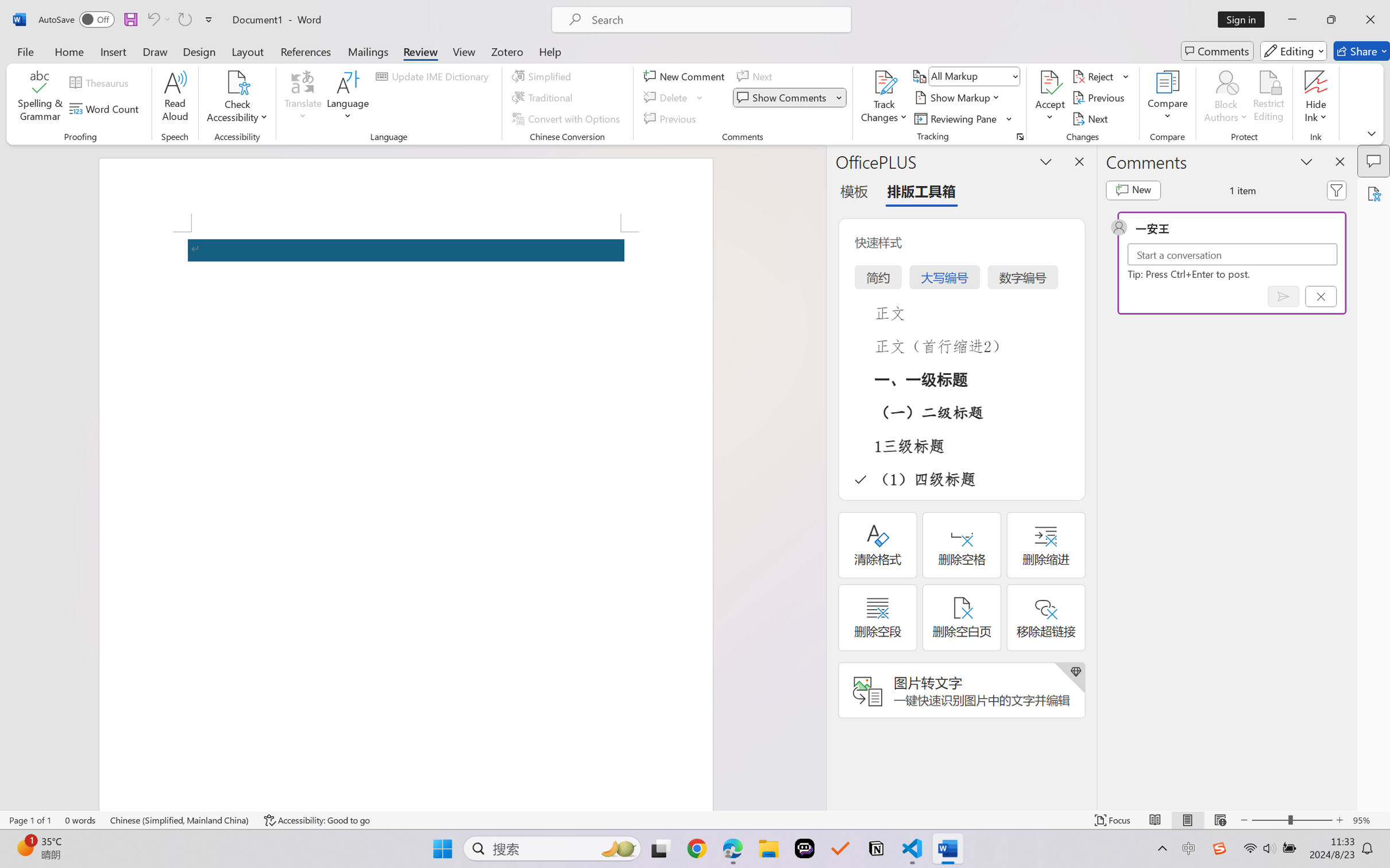 Image resolution: width=1390 pixels, height=868 pixels. Describe the element at coordinates (543, 98) in the screenshot. I see `'Traditional'` at that location.